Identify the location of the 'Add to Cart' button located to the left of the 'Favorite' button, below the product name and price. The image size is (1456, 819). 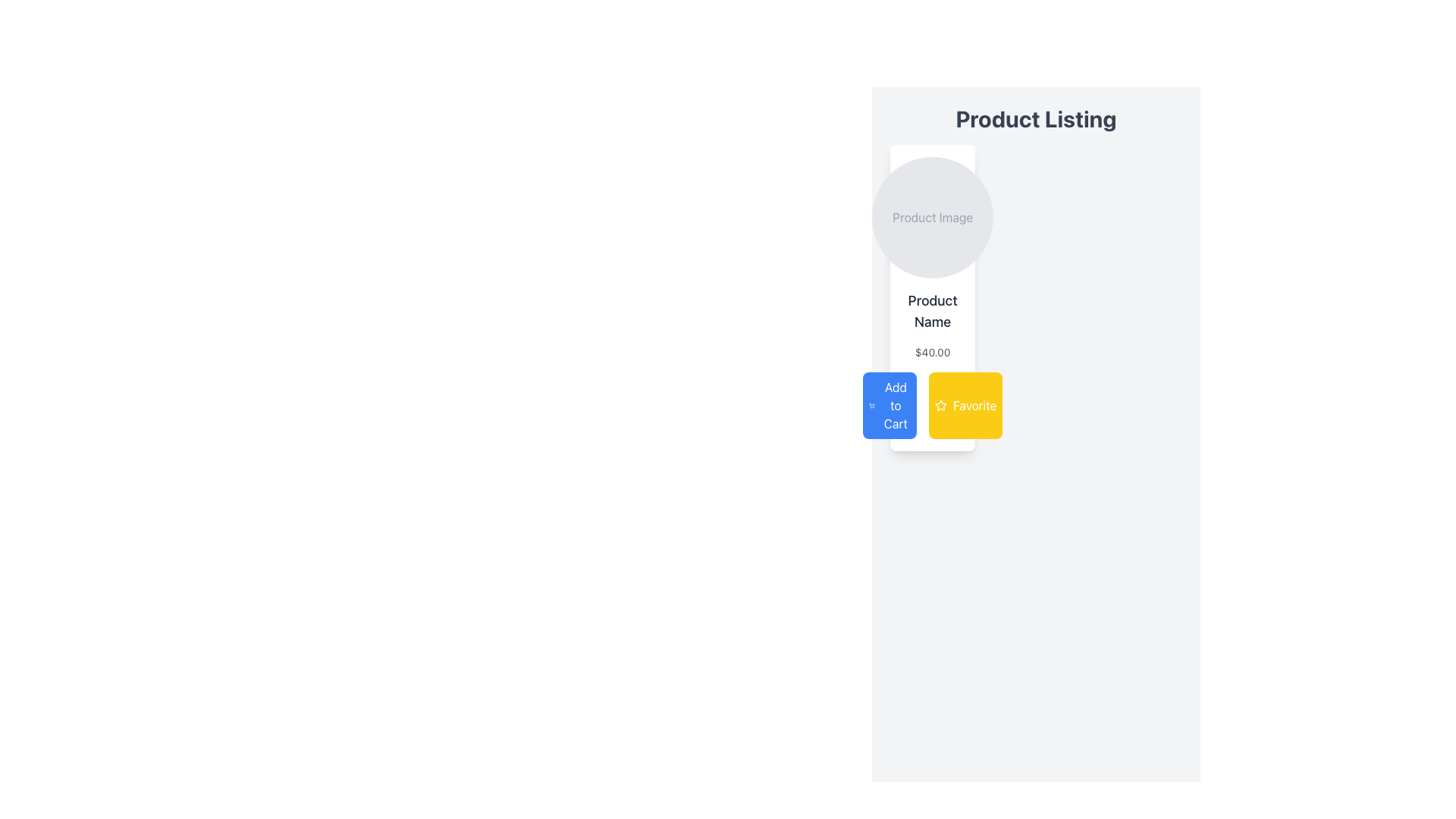
(890, 405).